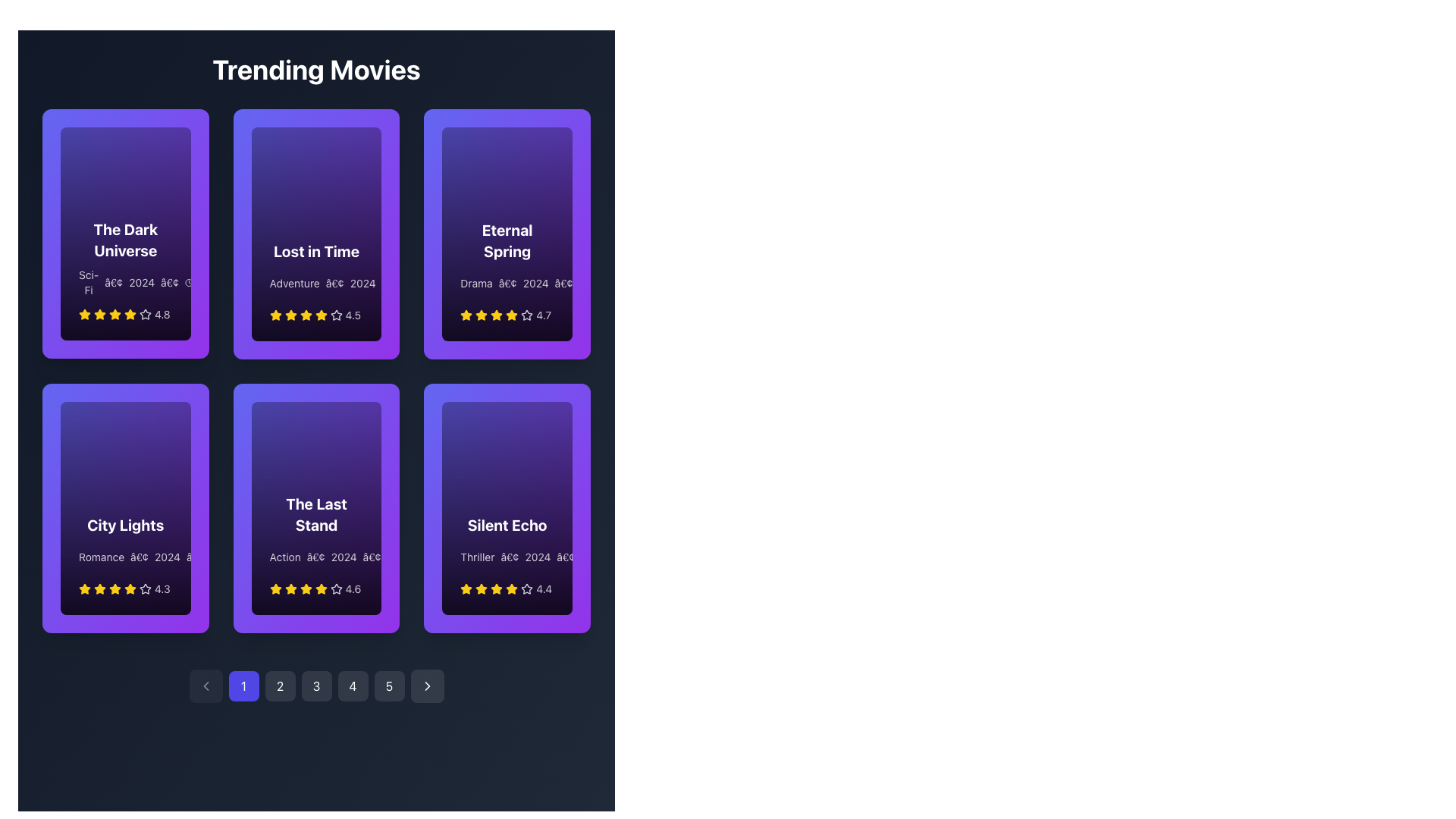 This screenshot has height=819, width=1456. I want to click on the fifth star in the rating component for the movie 'The Last Stand', which indicates a rating score of 4.6, so click(320, 588).